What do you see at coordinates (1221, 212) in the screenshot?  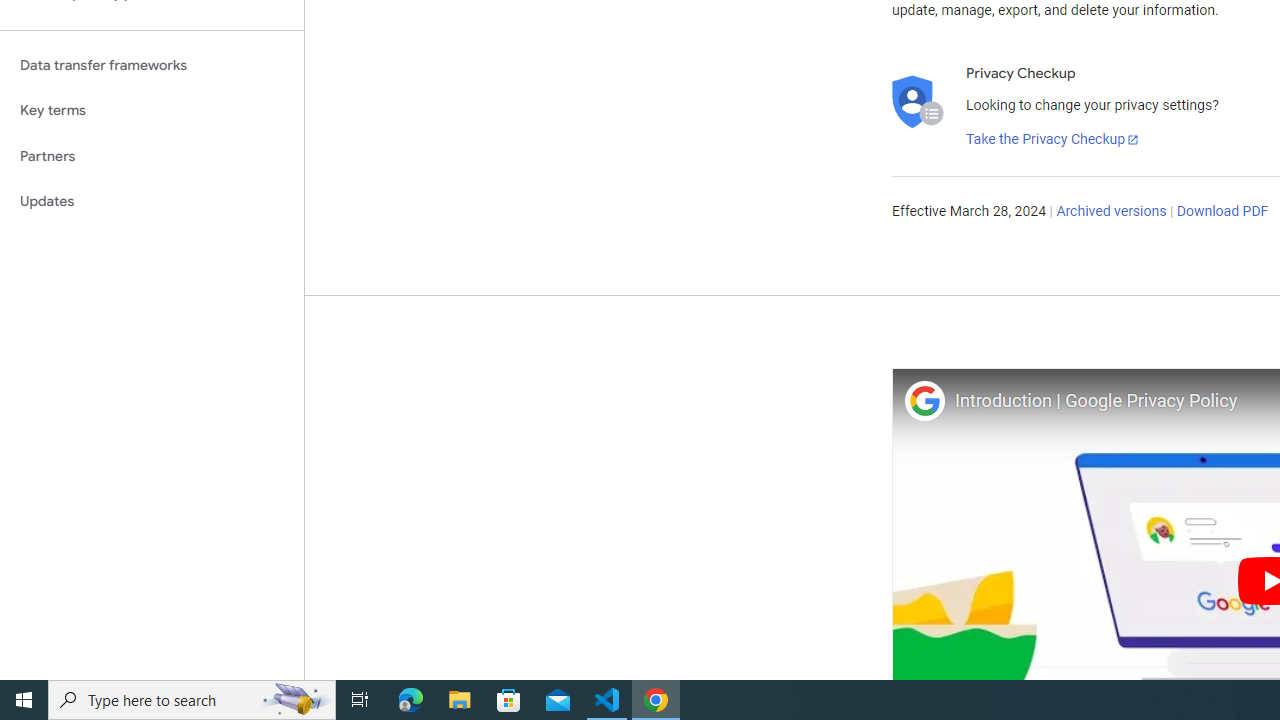 I see `'Download PDF'` at bounding box center [1221, 212].